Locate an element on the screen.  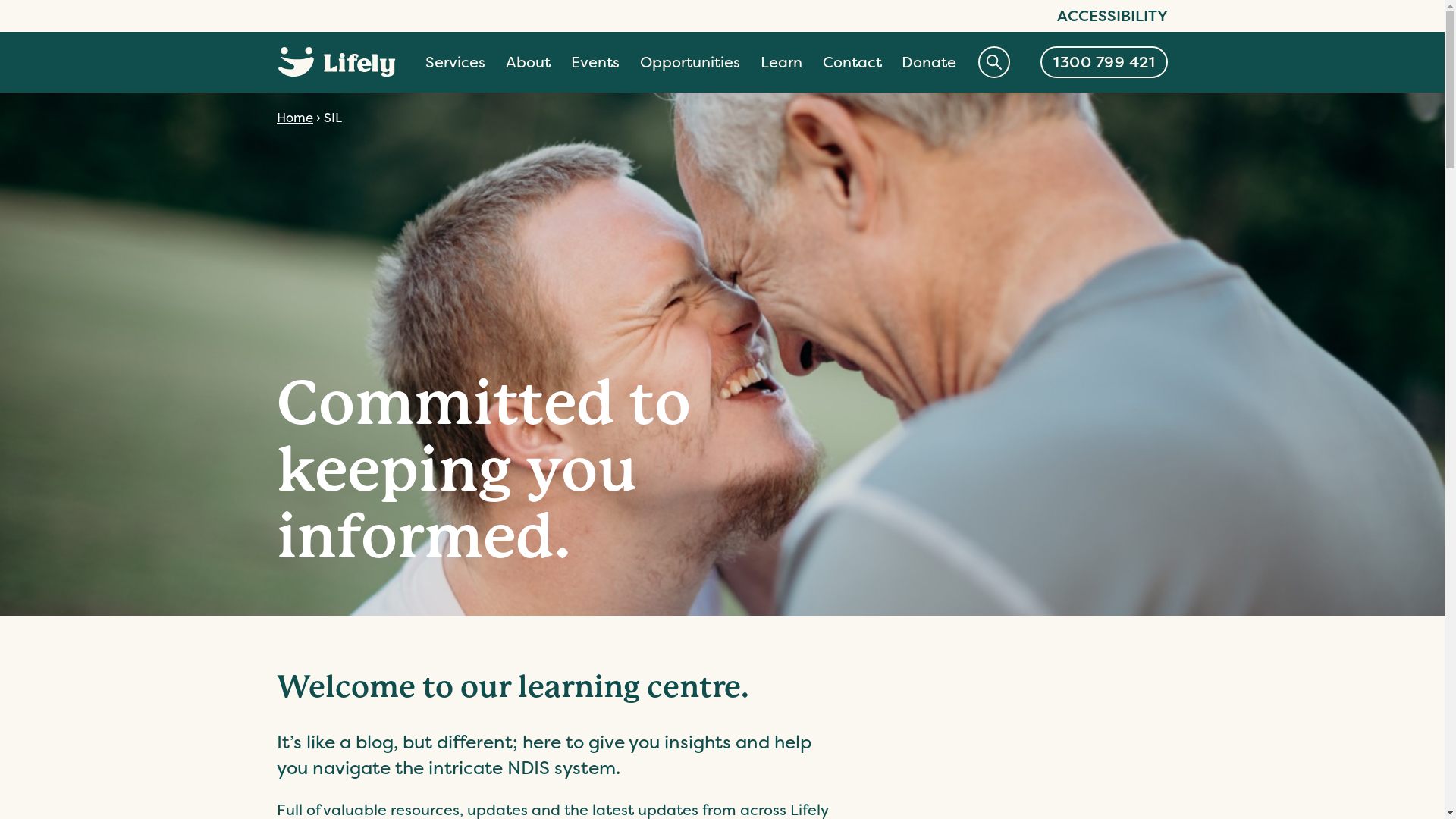
'1300 799 421' is located at coordinates (1103, 61).